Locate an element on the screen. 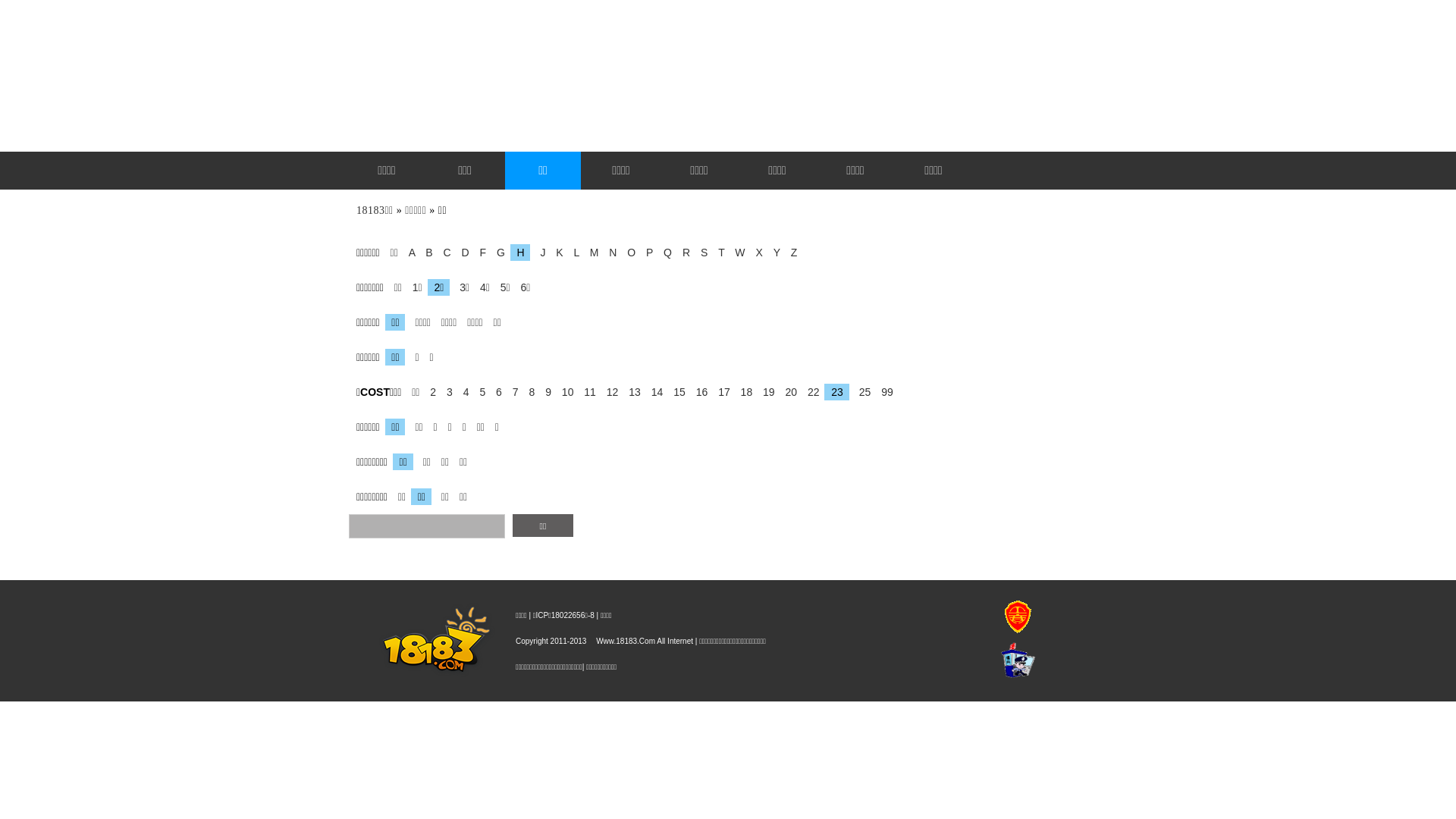 The width and height of the screenshot is (1456, 819). 'R' is located at coordinates (673, 251).